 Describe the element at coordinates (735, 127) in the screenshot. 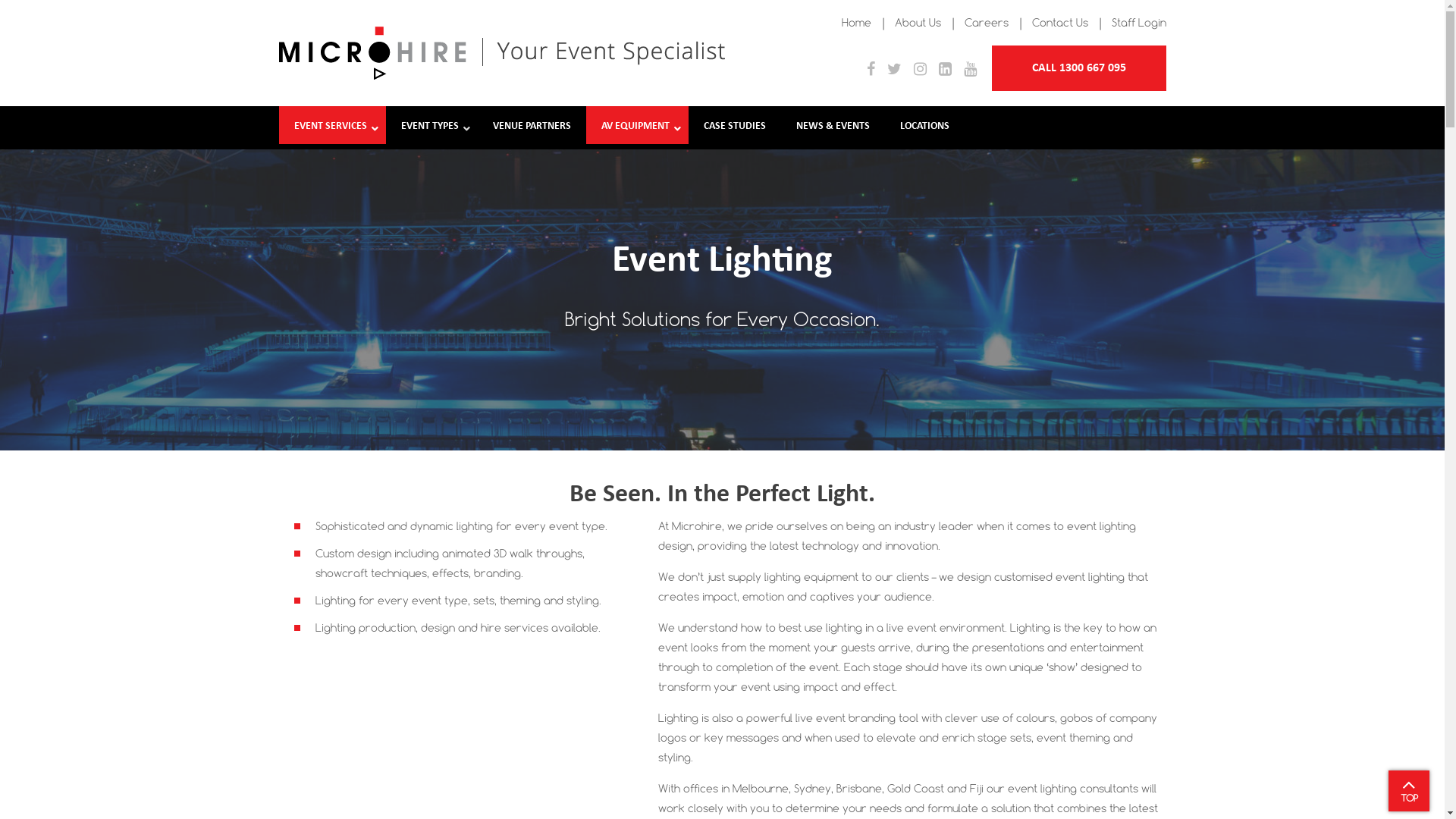

I see `'CASE STUDIES'` at that location.